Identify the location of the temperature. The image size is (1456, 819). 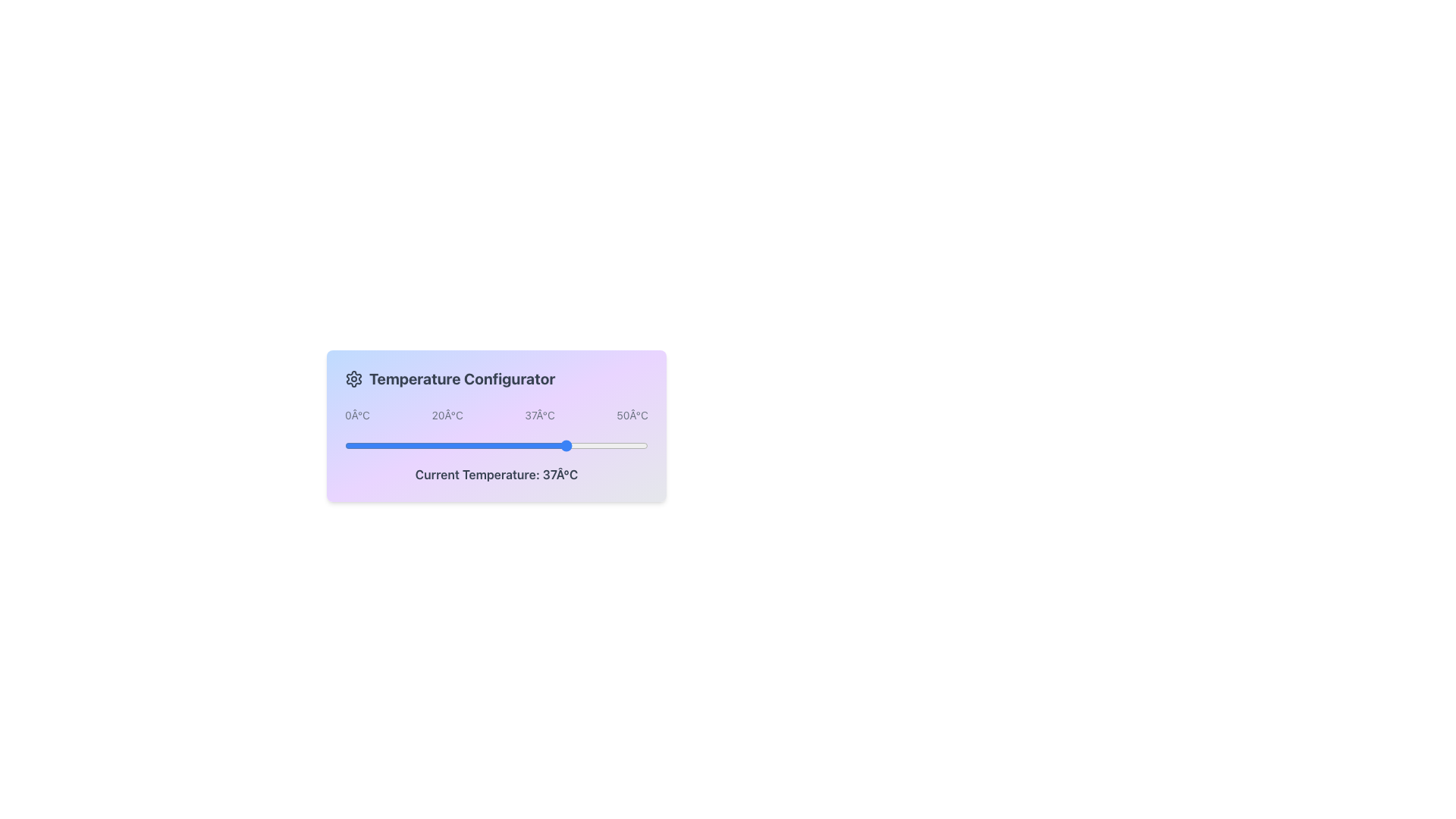
(538, 444).